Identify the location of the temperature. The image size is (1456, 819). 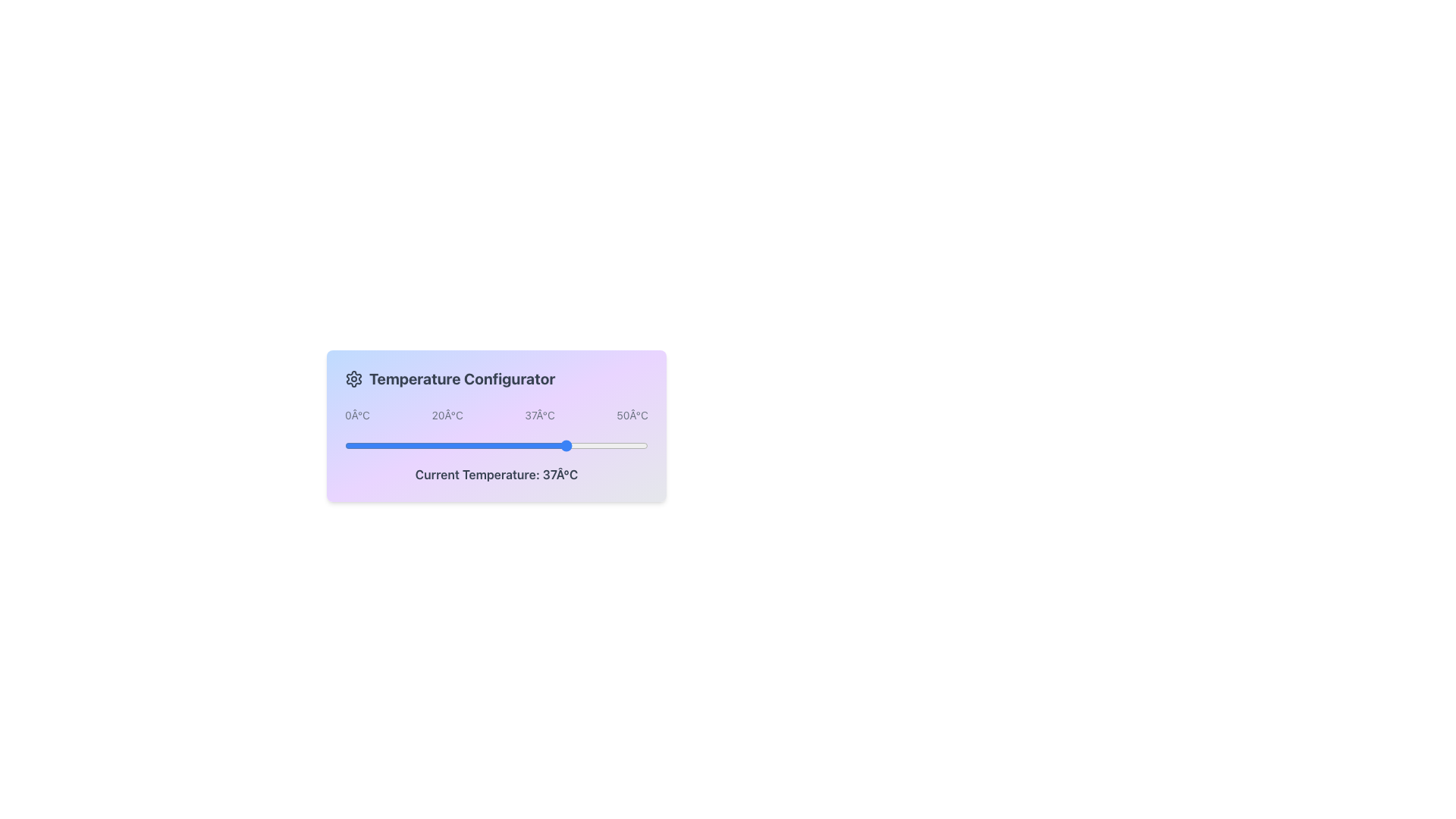
(538, 444).